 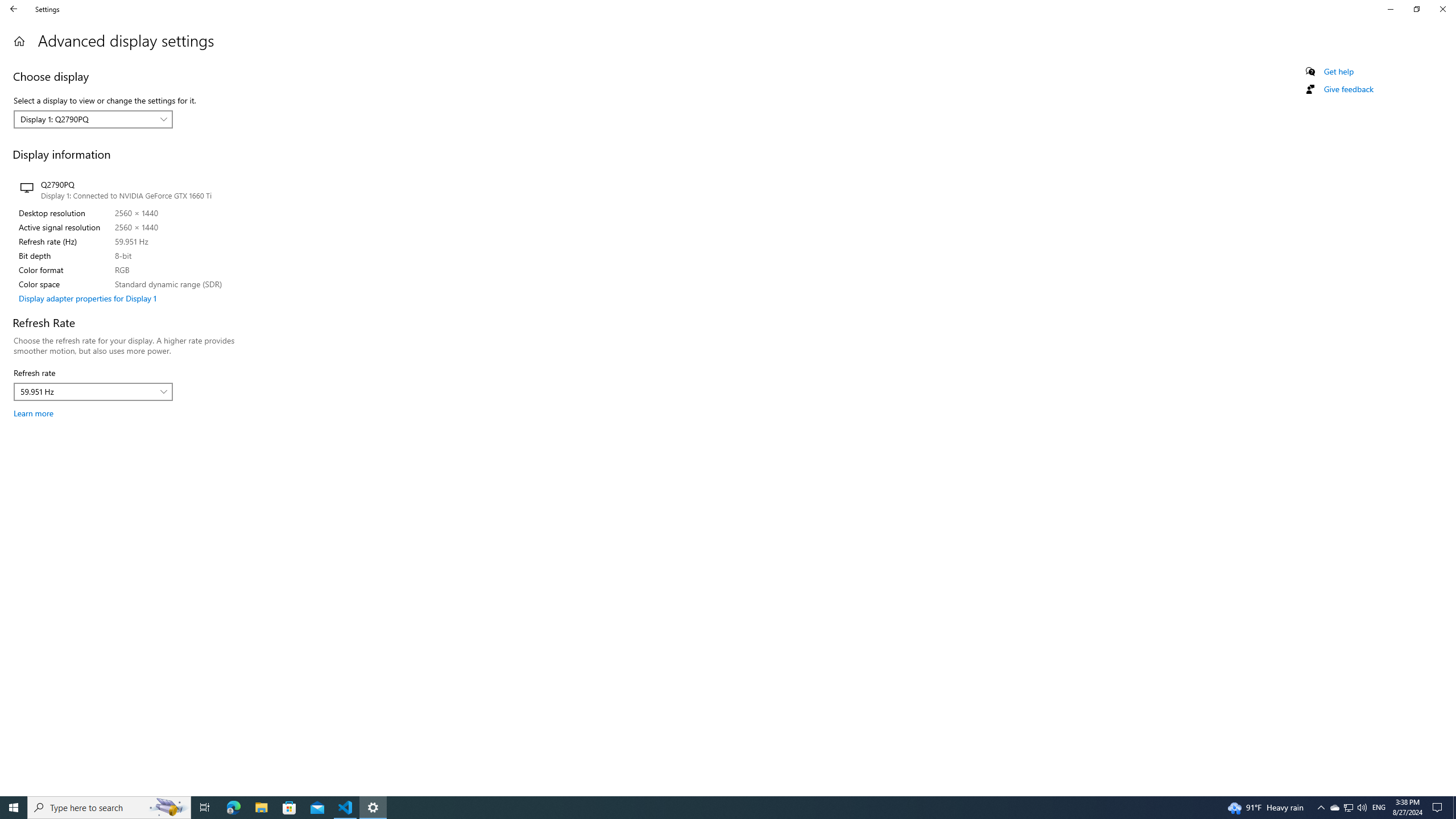 What do you see at coordinates (373, 806) in the screenshot?
I see `'Settings - 1 running window'` at bounding box center [373, 806].